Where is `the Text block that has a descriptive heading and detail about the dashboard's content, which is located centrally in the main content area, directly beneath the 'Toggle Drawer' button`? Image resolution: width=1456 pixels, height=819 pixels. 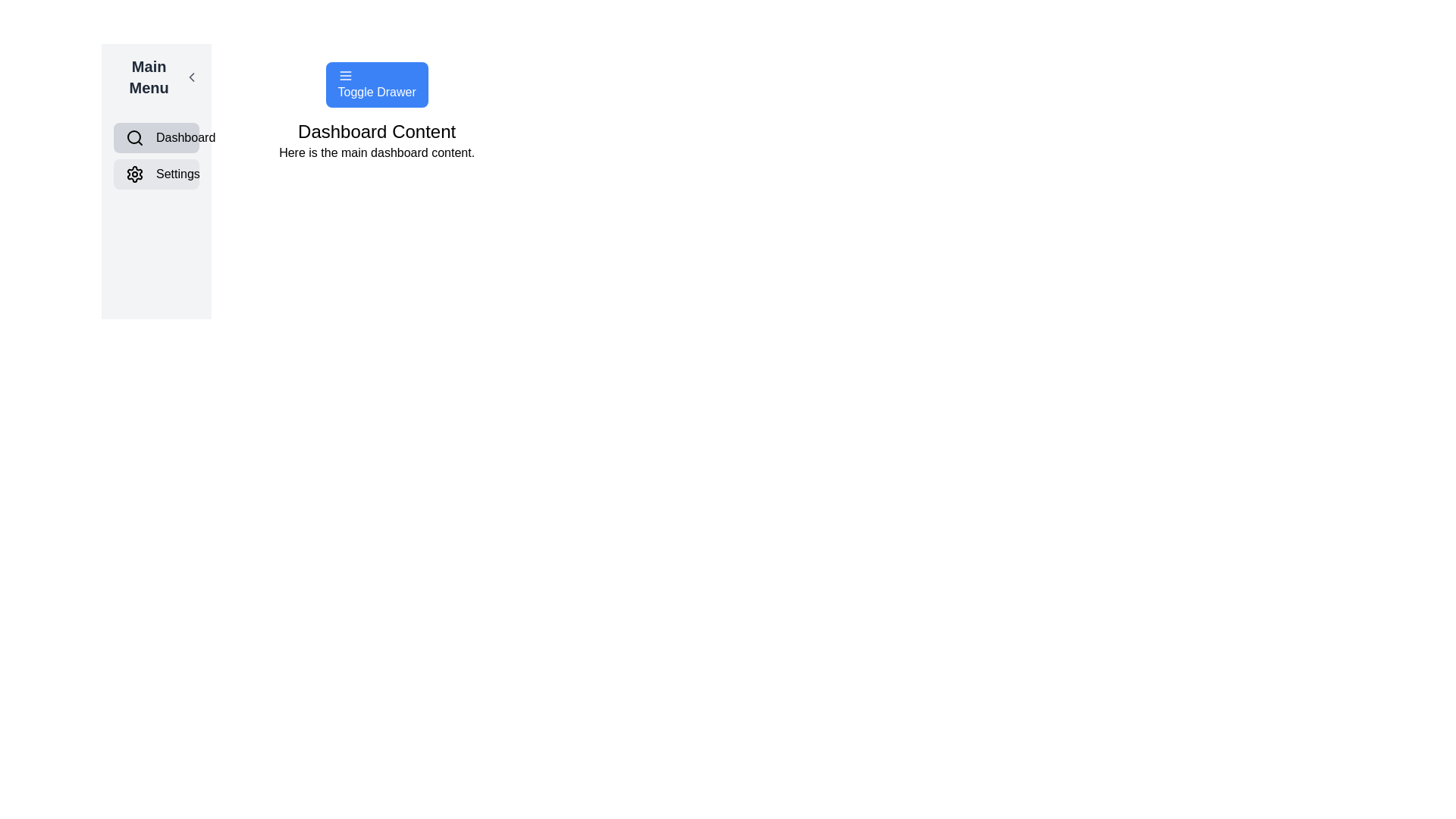
the Text block that has a descriptive heading and detail about the dashboard's content, which is located centrally in the main content area, directly beneath the 'Toggle Drawer' button is located at coordinates (377, 140).